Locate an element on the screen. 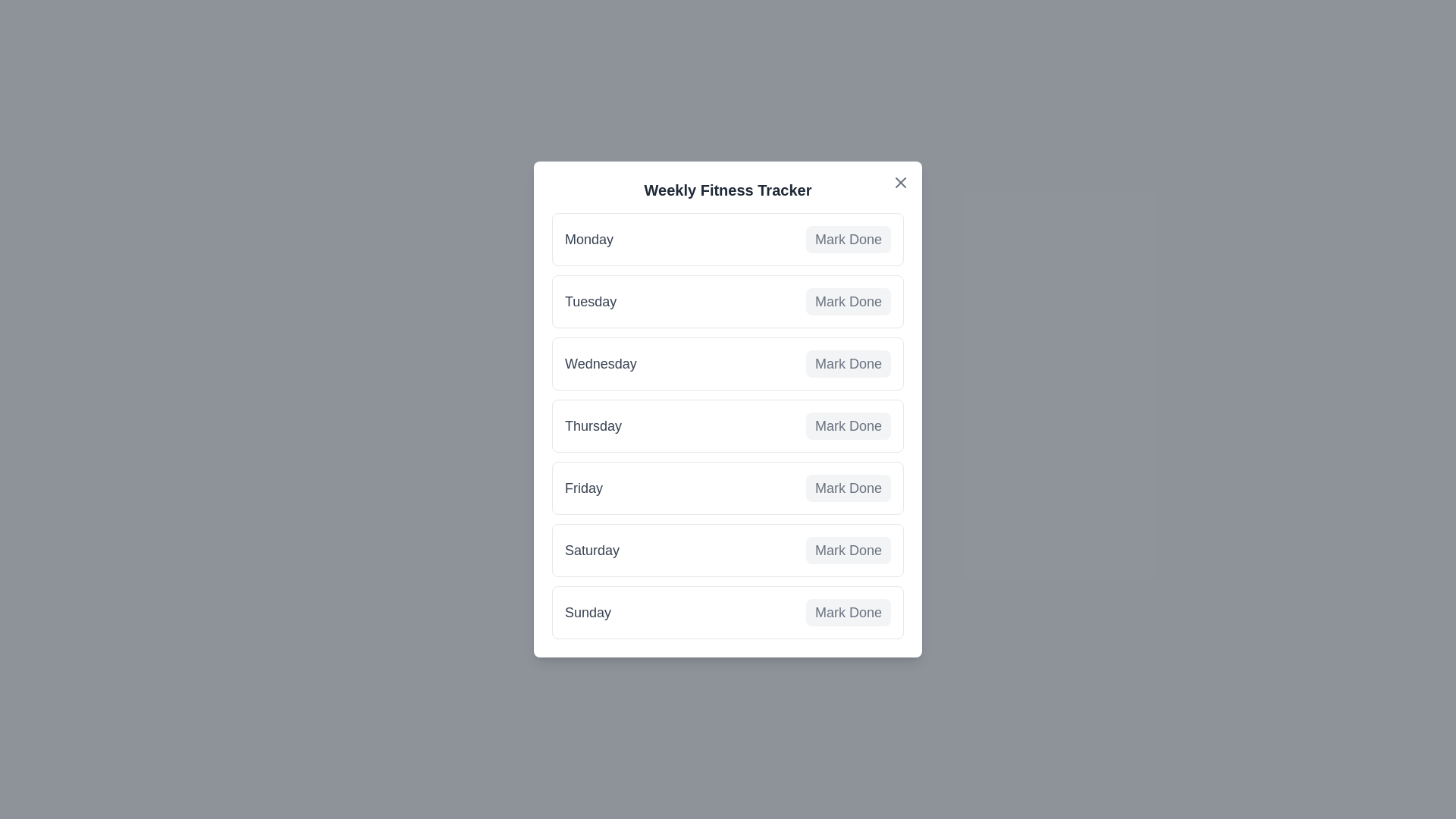 This screenshot has width=1456, height=819. 'Mark Done' button for Sunday is located at coordinates (847, 611).